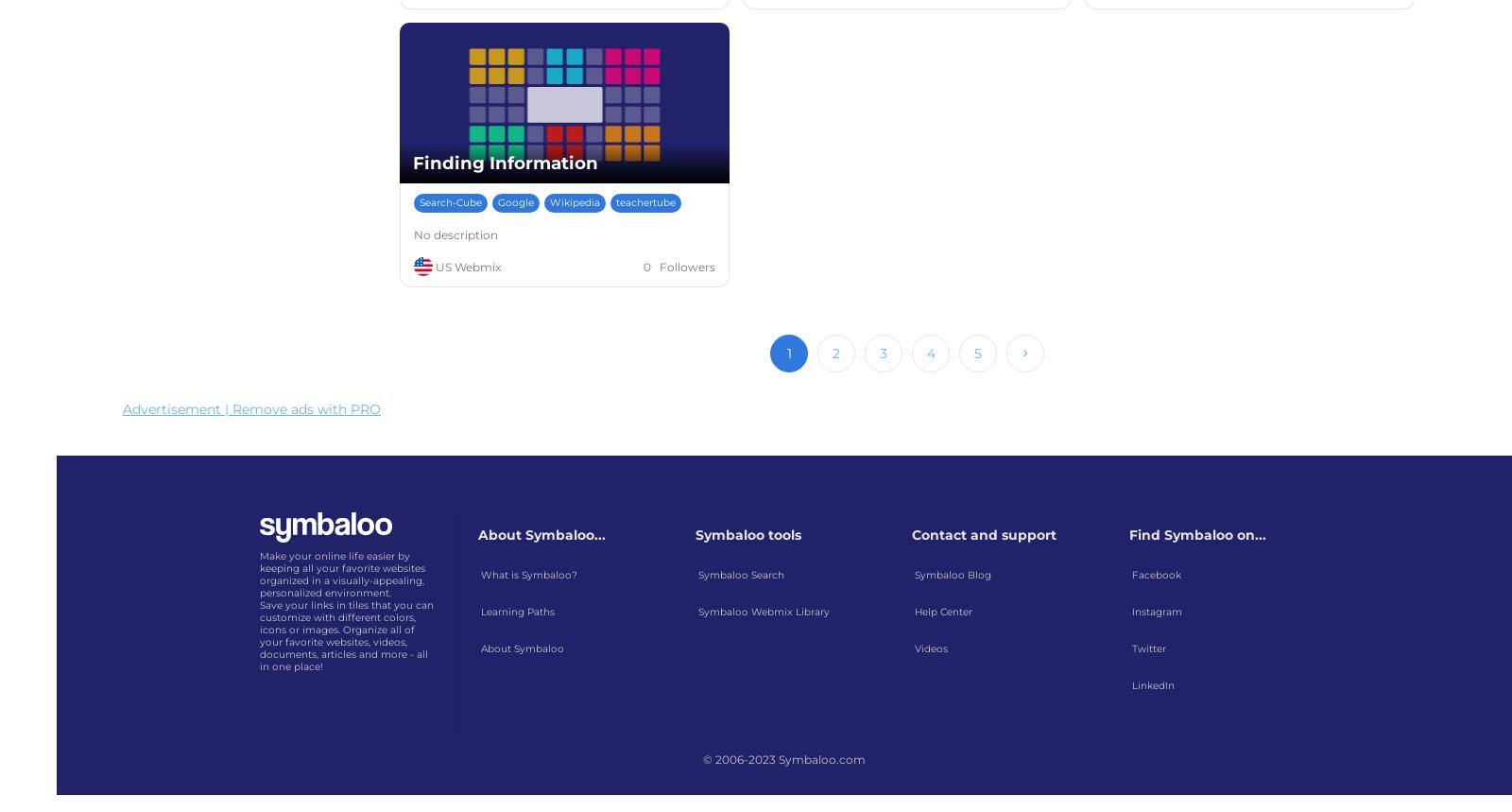  Describe the element at coordinates (883, 353) in the screenshot. I see `'3'` at that location.